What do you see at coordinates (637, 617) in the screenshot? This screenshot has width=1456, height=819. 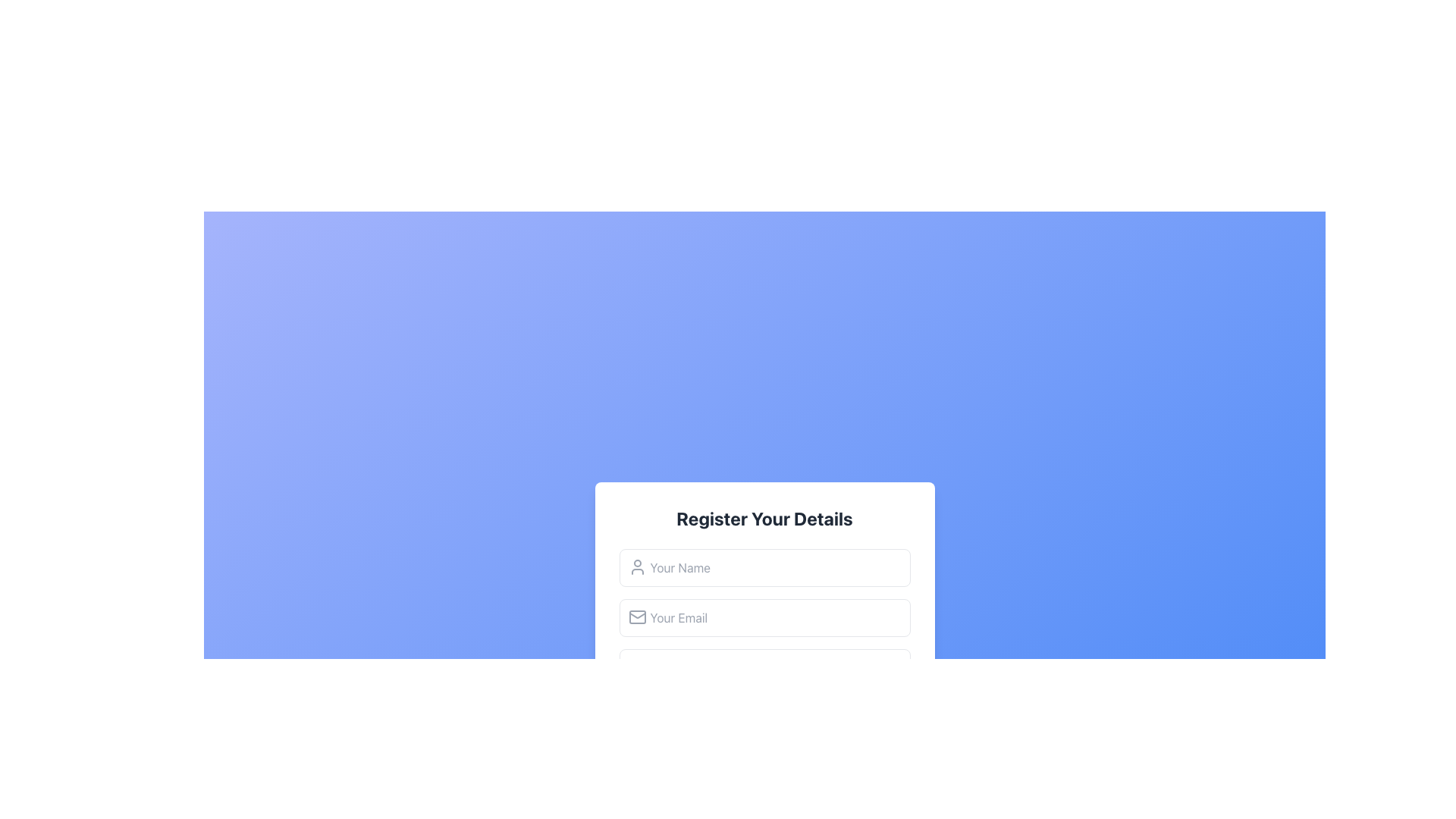 I see `the decorative email icon located inside the email input field, positioned towards the left edge and slightly above the center` at bounding box center [637, 617].